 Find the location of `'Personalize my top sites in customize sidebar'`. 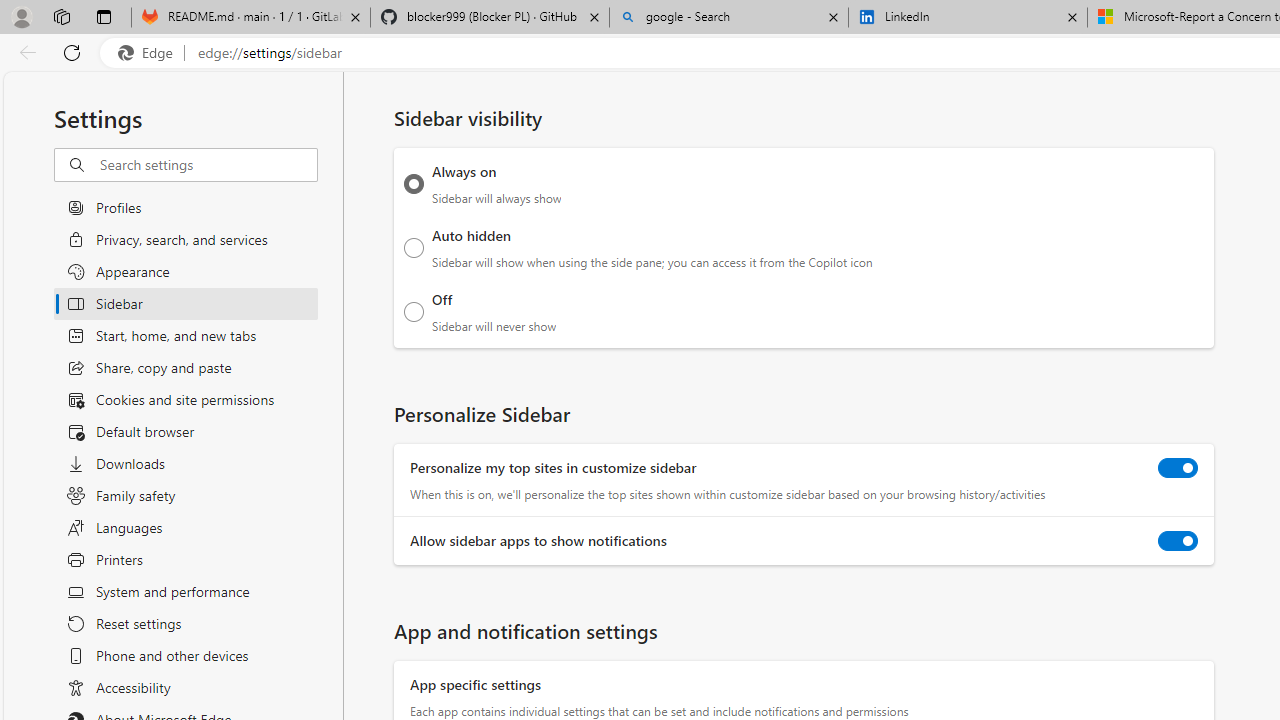

'Personalize my top sites in customize sidebar' is located at coordinates (1178, 468).